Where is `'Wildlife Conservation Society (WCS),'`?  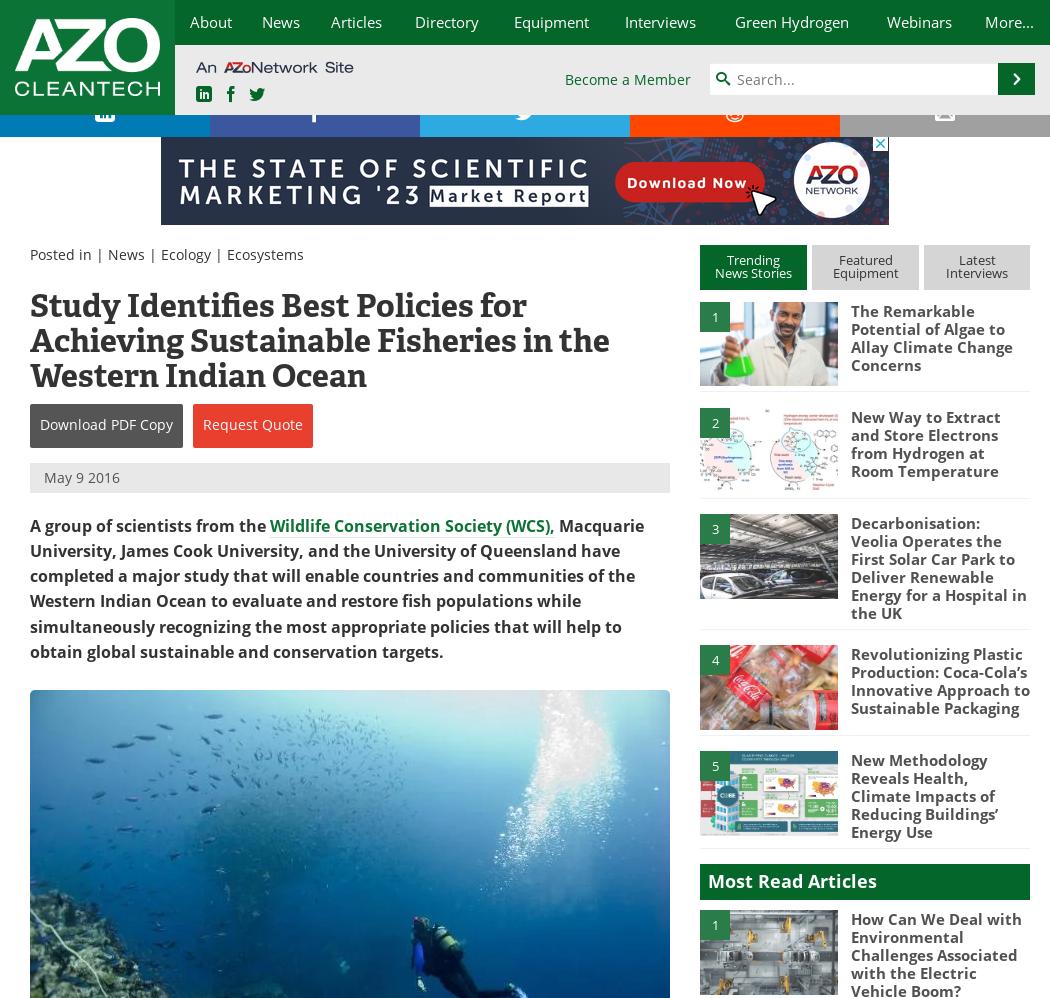
'Wildlife Conservation Society (WCS),' is located at coordinates (268, 525).